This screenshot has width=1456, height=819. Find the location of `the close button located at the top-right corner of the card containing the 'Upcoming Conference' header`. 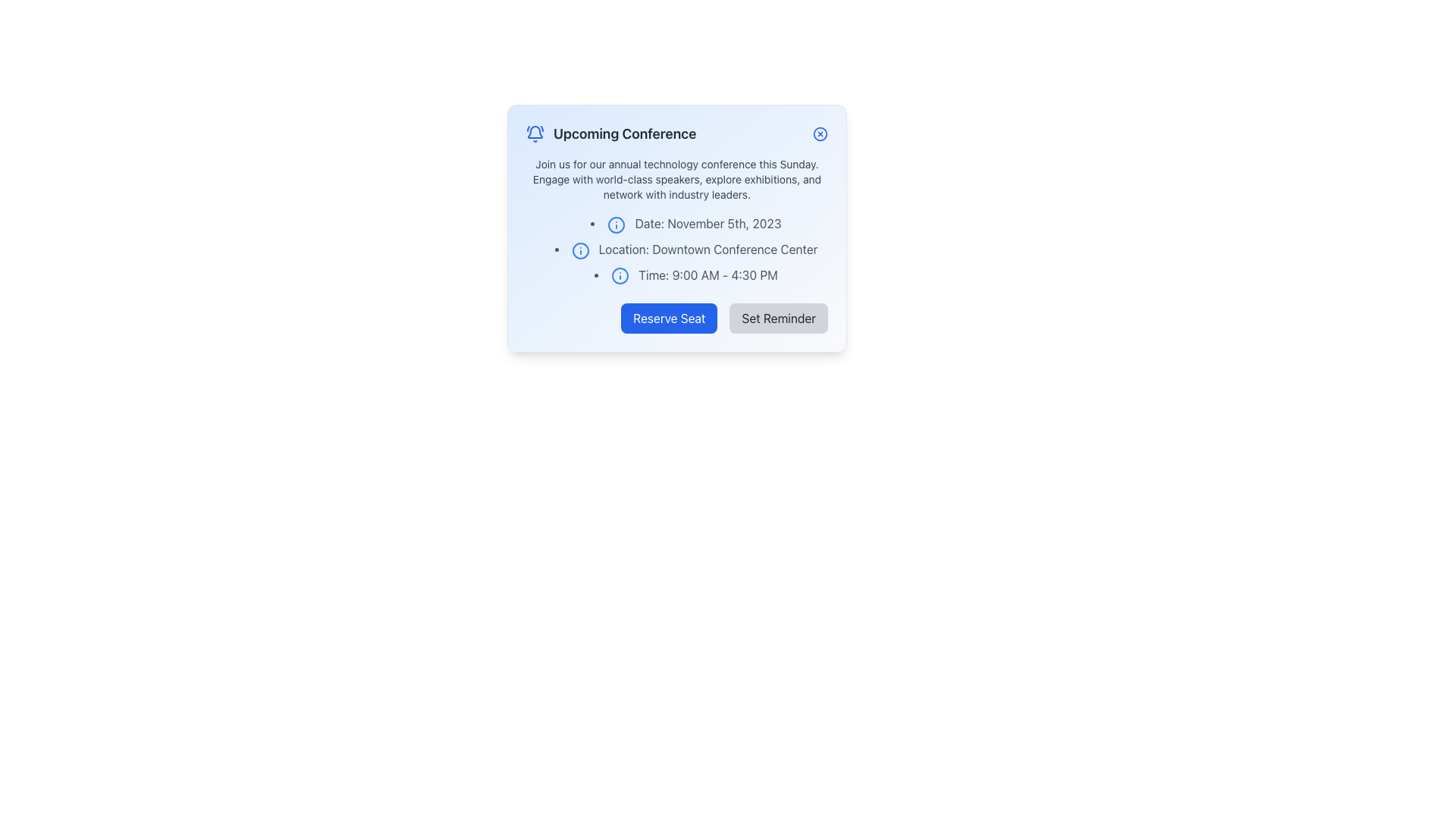

the close button located at the top-right corner of the card containing the 'Upcoming Conference' header is located at coordinates (819, 133).